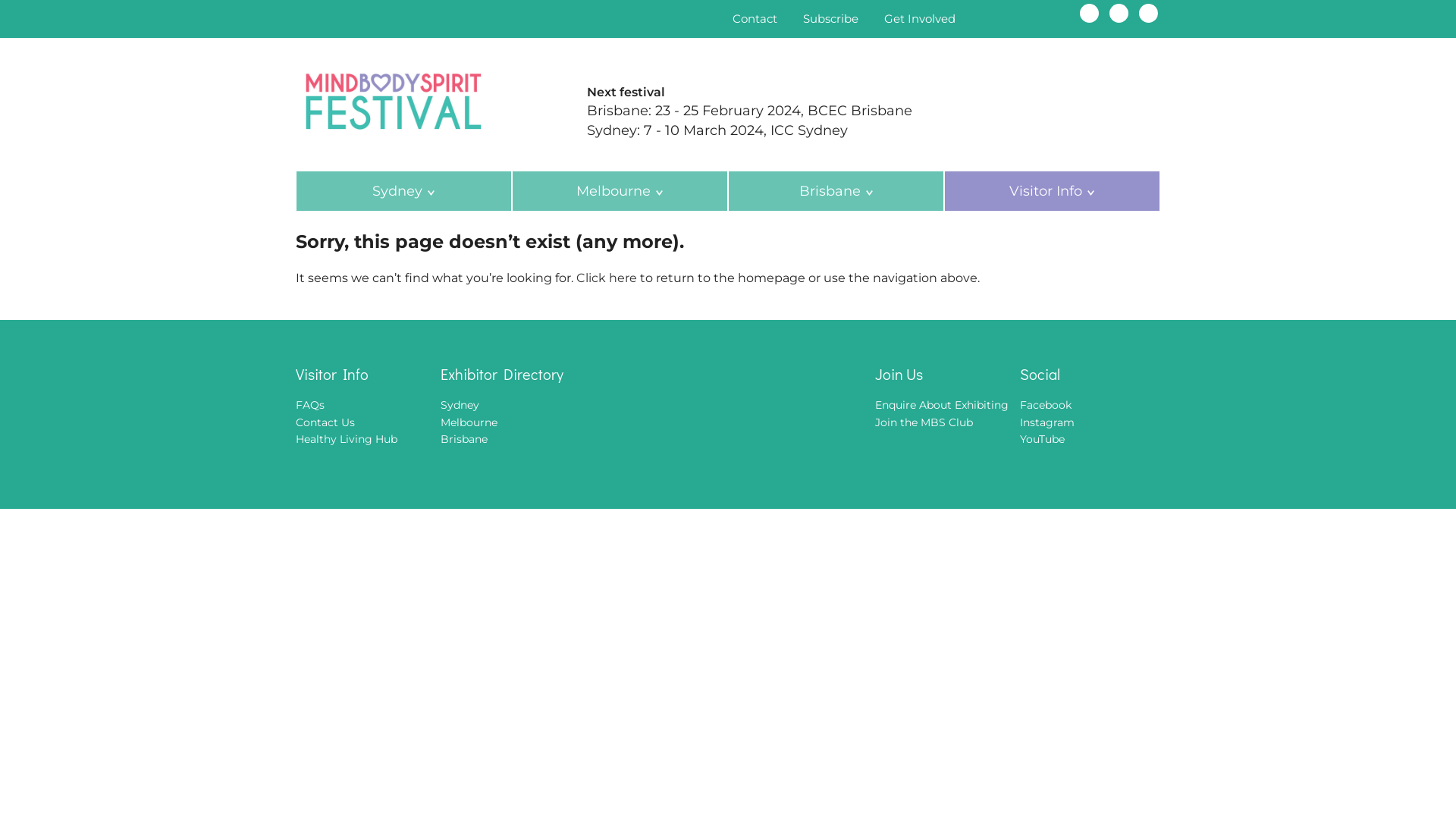  I want to click on 'Join the MBS Club', so click(923, 422).